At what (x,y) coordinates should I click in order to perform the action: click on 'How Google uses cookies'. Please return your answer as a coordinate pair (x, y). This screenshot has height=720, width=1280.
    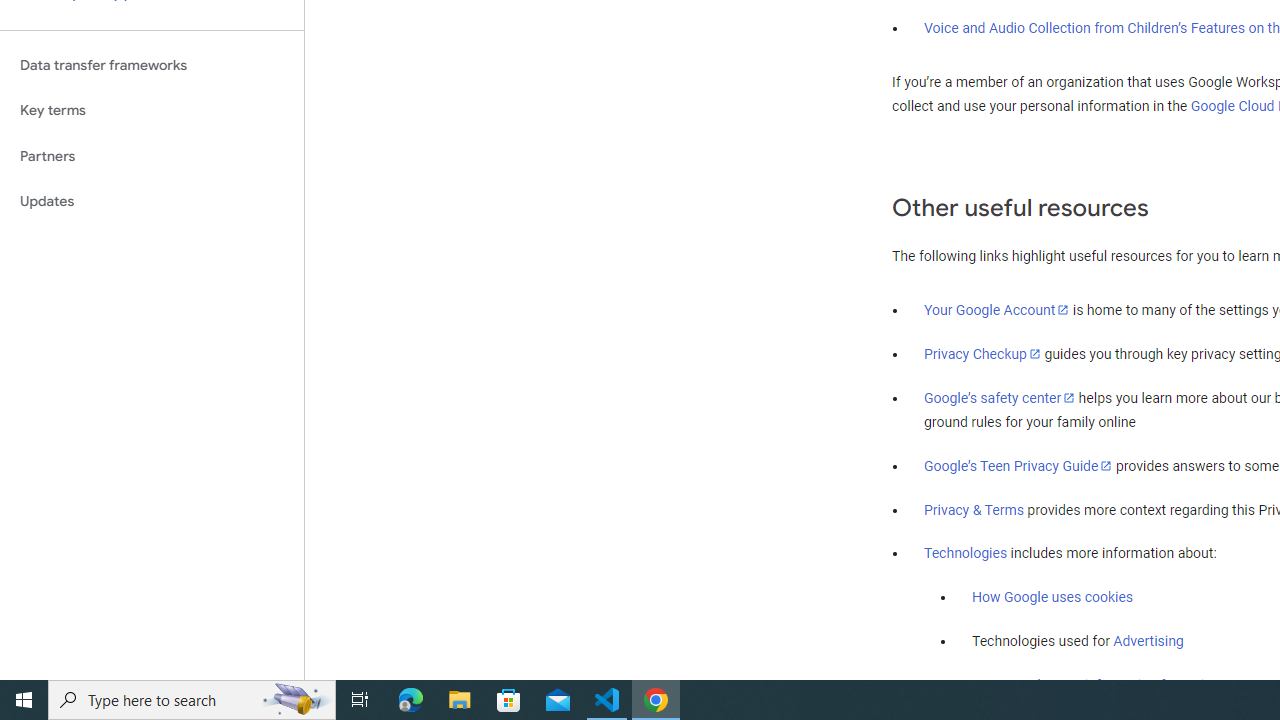
    Looking at the image, I should click on (1051, 596).